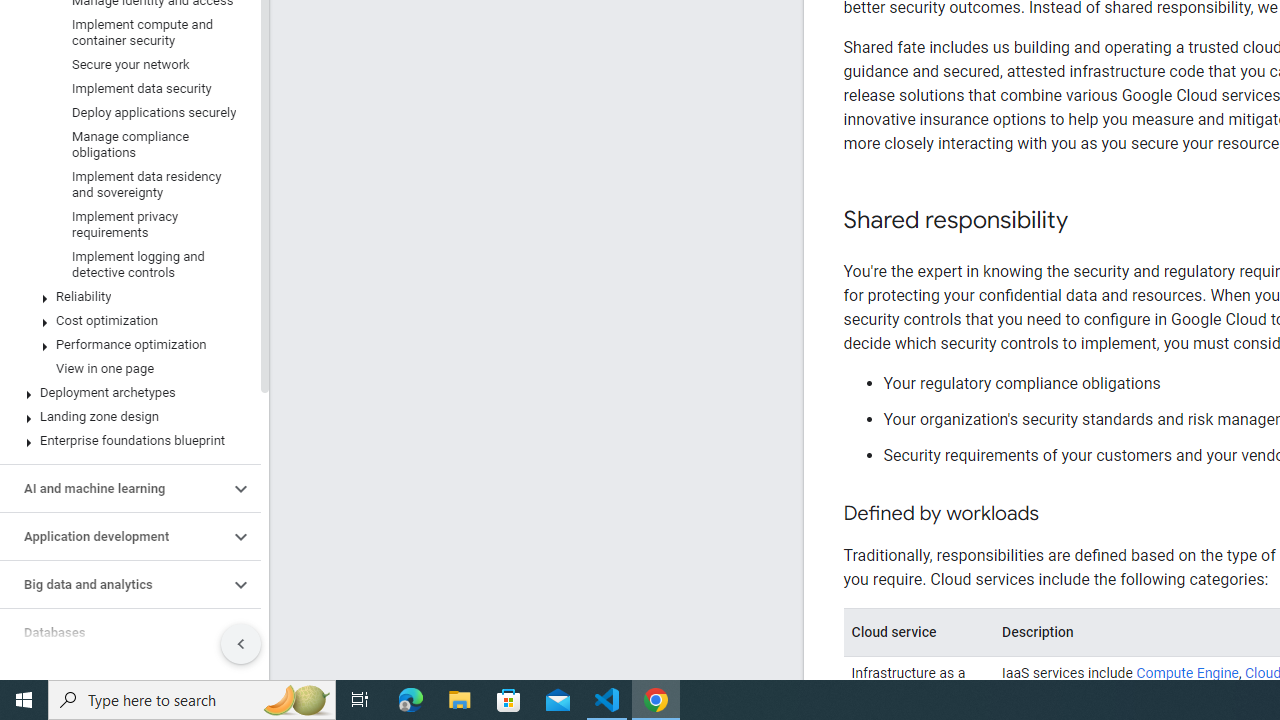 The width and height of the screenshot is (1280, 720). What do you see at coordinates (125, 263) in the screenshot?
I see `'Implement logging and detective controls'` at bounding box center [125, 263].